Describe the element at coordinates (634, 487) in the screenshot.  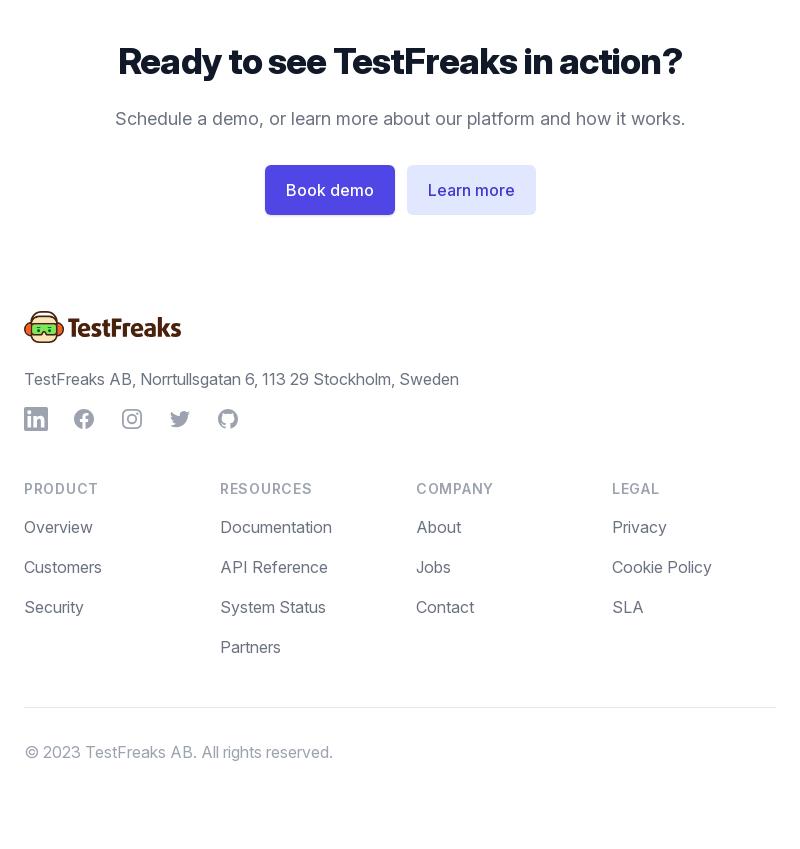
I see `'Legal'` at that location.